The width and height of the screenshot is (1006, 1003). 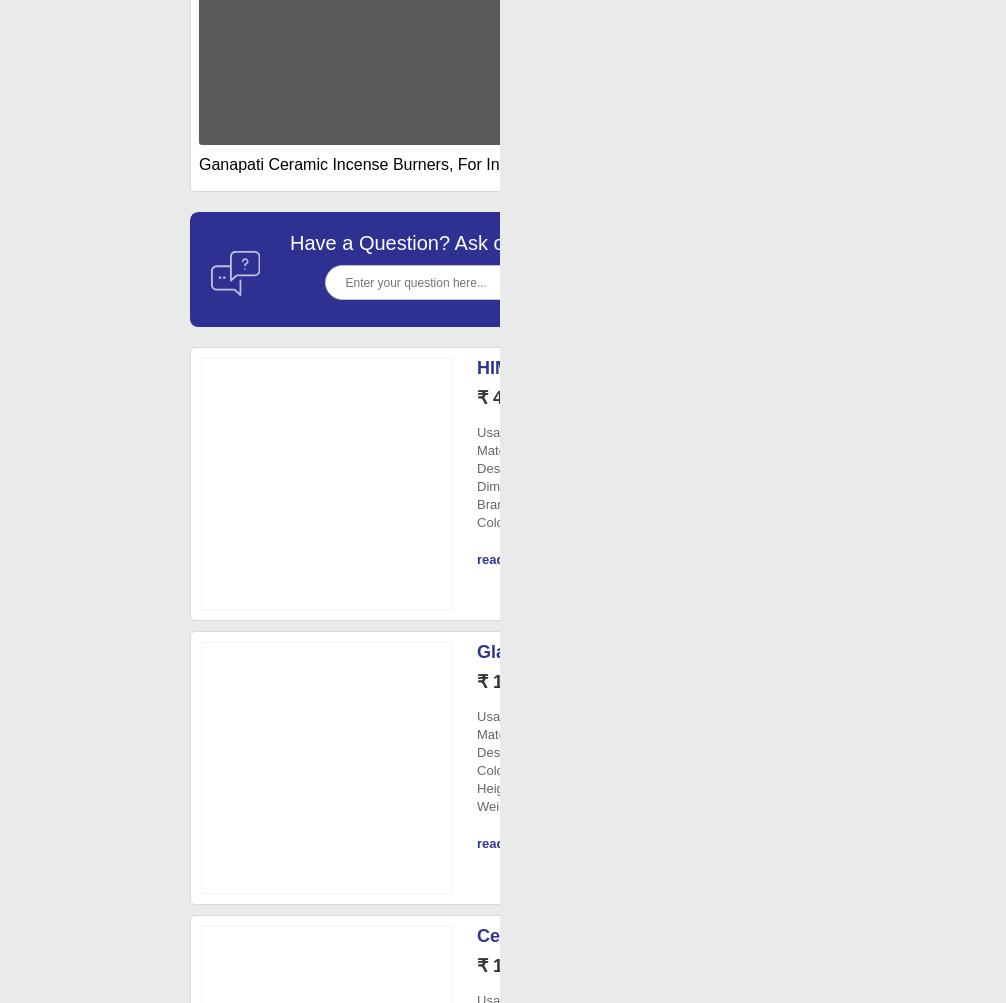 I want to click on 'Height', so click(x=494, y=787).